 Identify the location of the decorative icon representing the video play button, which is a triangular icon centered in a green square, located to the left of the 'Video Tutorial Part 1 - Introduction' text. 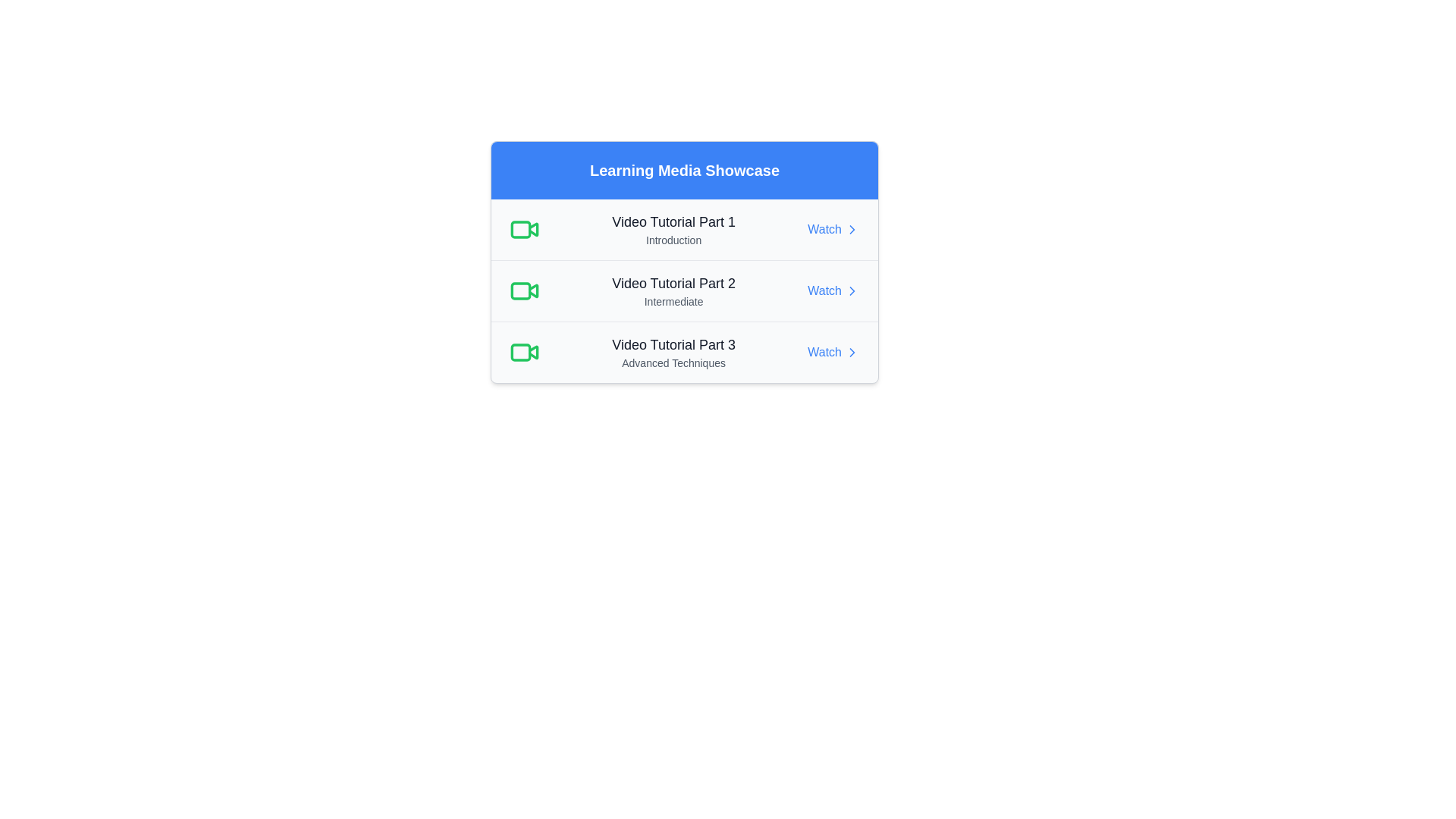
(533, 229).